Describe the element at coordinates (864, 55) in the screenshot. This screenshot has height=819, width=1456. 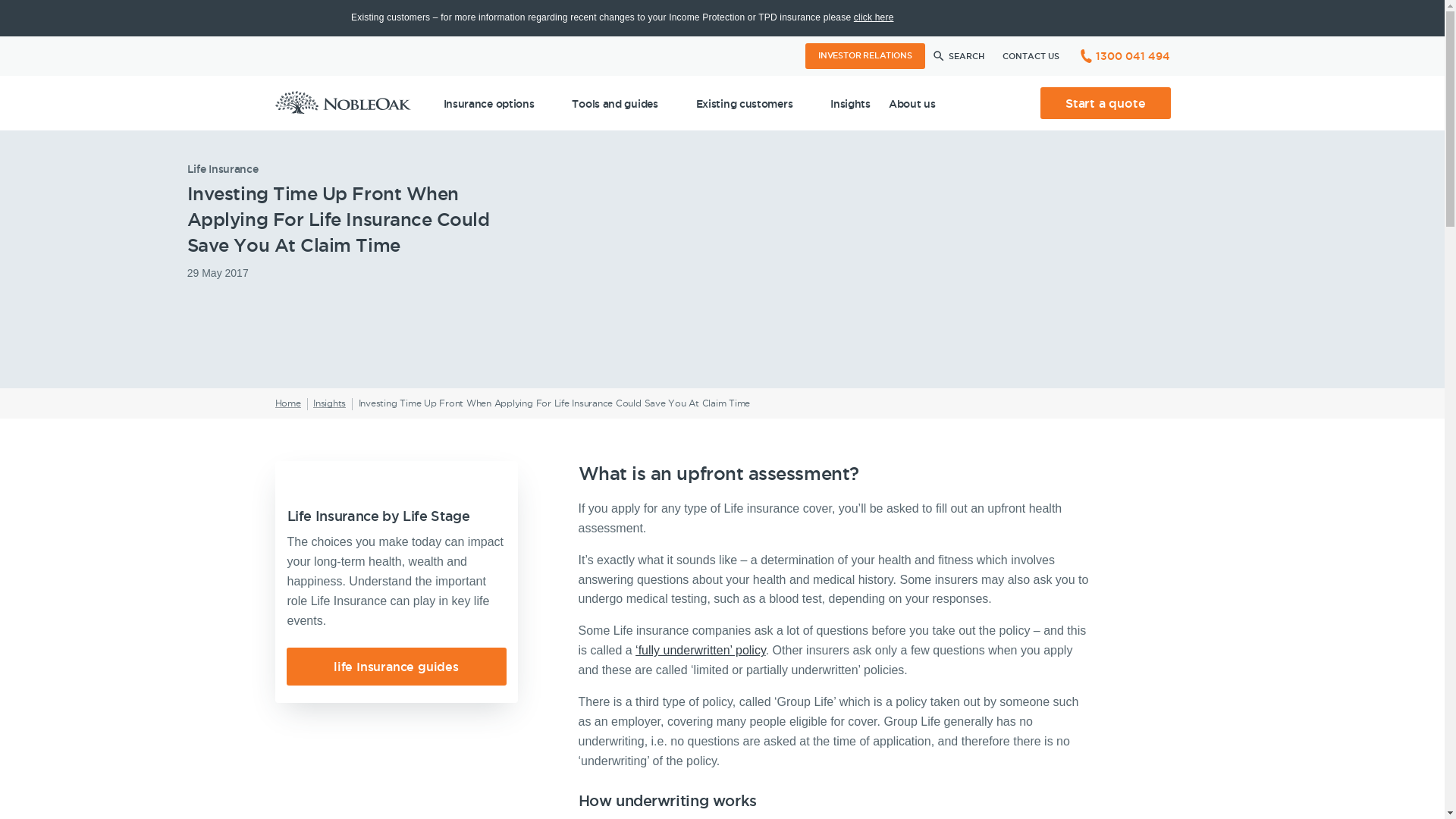
I see `'INVESTOR RELATIONS'` at that location.